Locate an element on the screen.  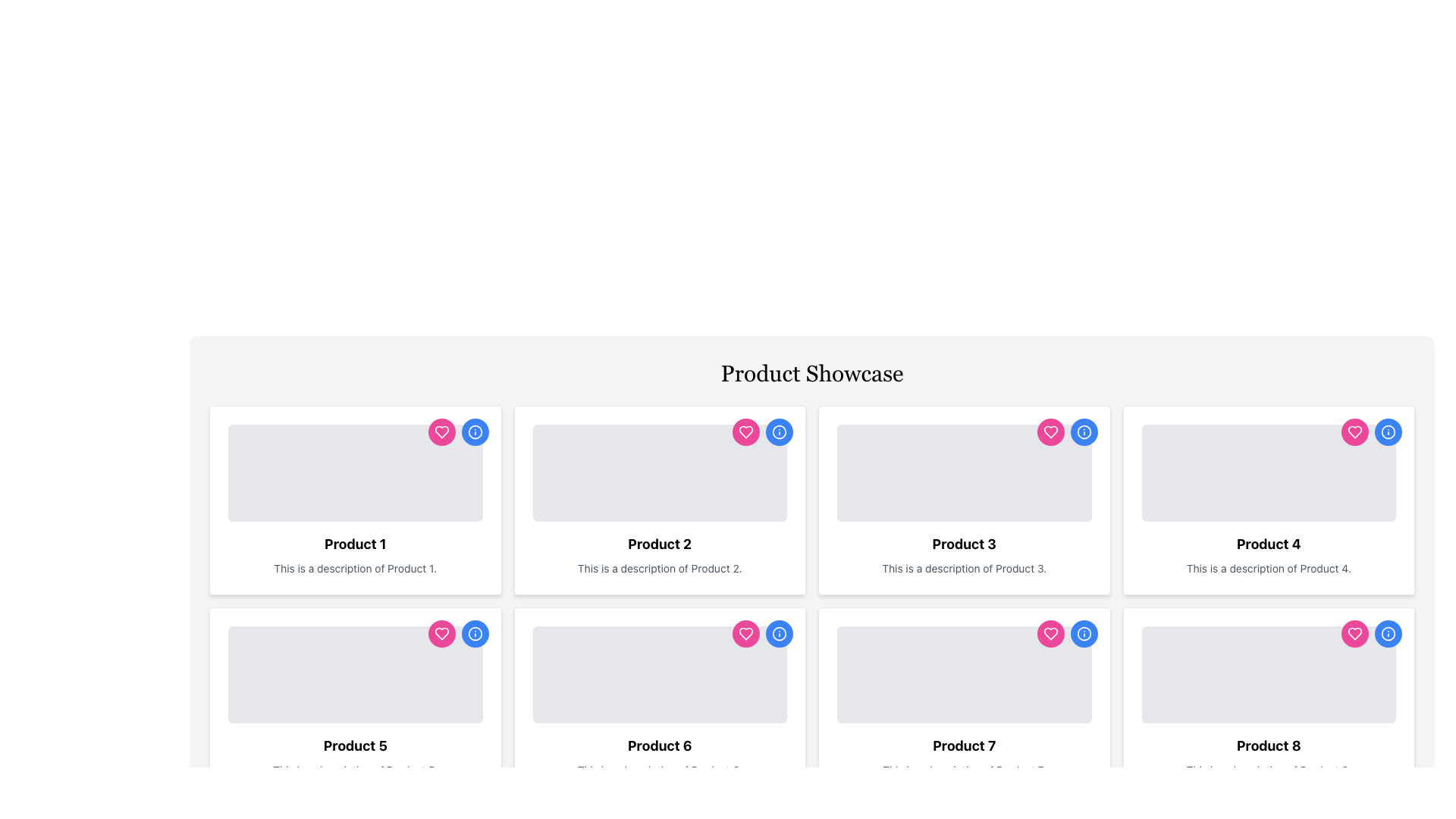
the text label that provides a brief description of 'Product 2', located in the second product card of the first row in the grid layout is located at coordinates (660, 568).